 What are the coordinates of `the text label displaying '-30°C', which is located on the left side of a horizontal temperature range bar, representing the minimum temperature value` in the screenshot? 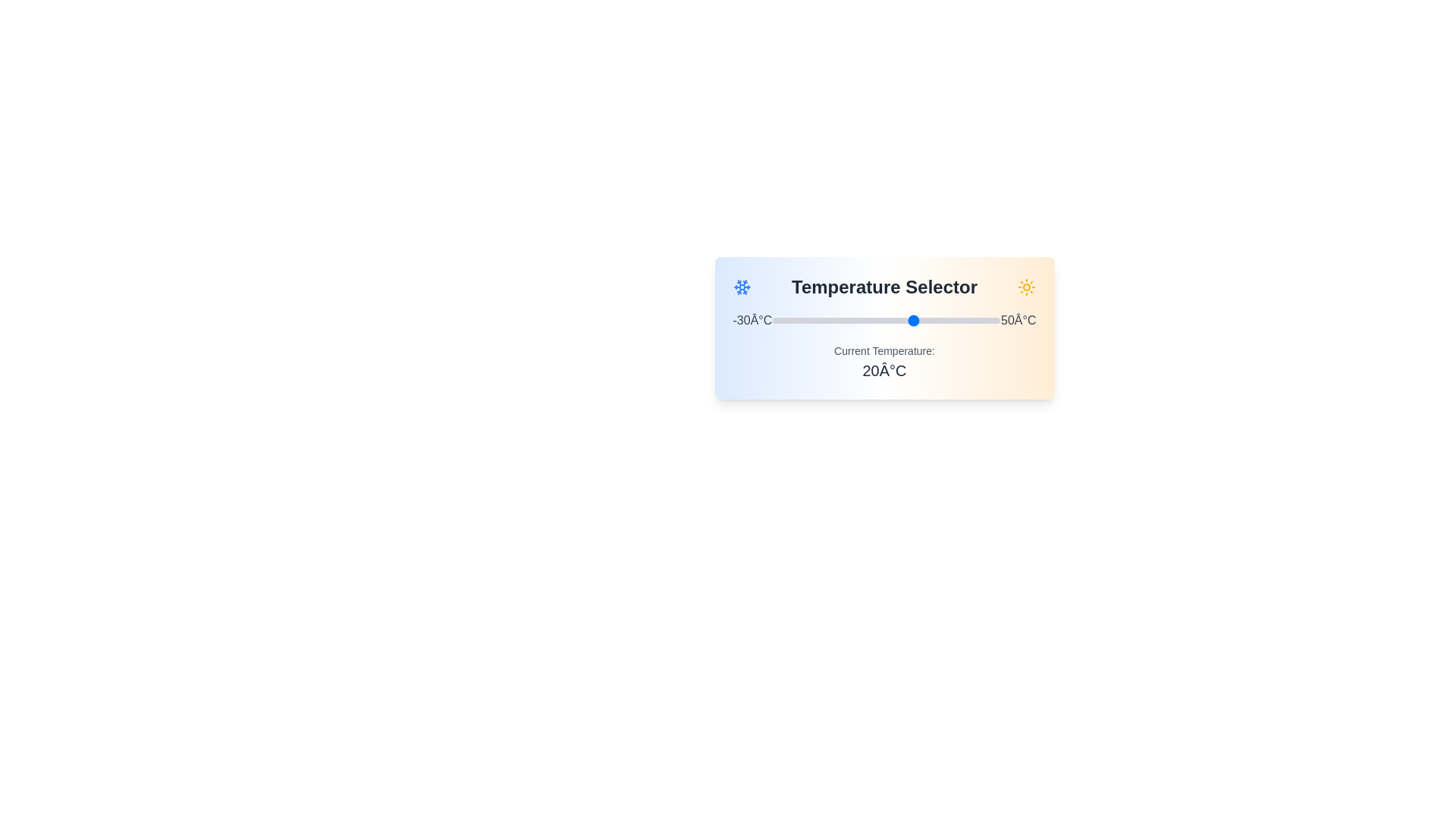 It's located at (752, 320).